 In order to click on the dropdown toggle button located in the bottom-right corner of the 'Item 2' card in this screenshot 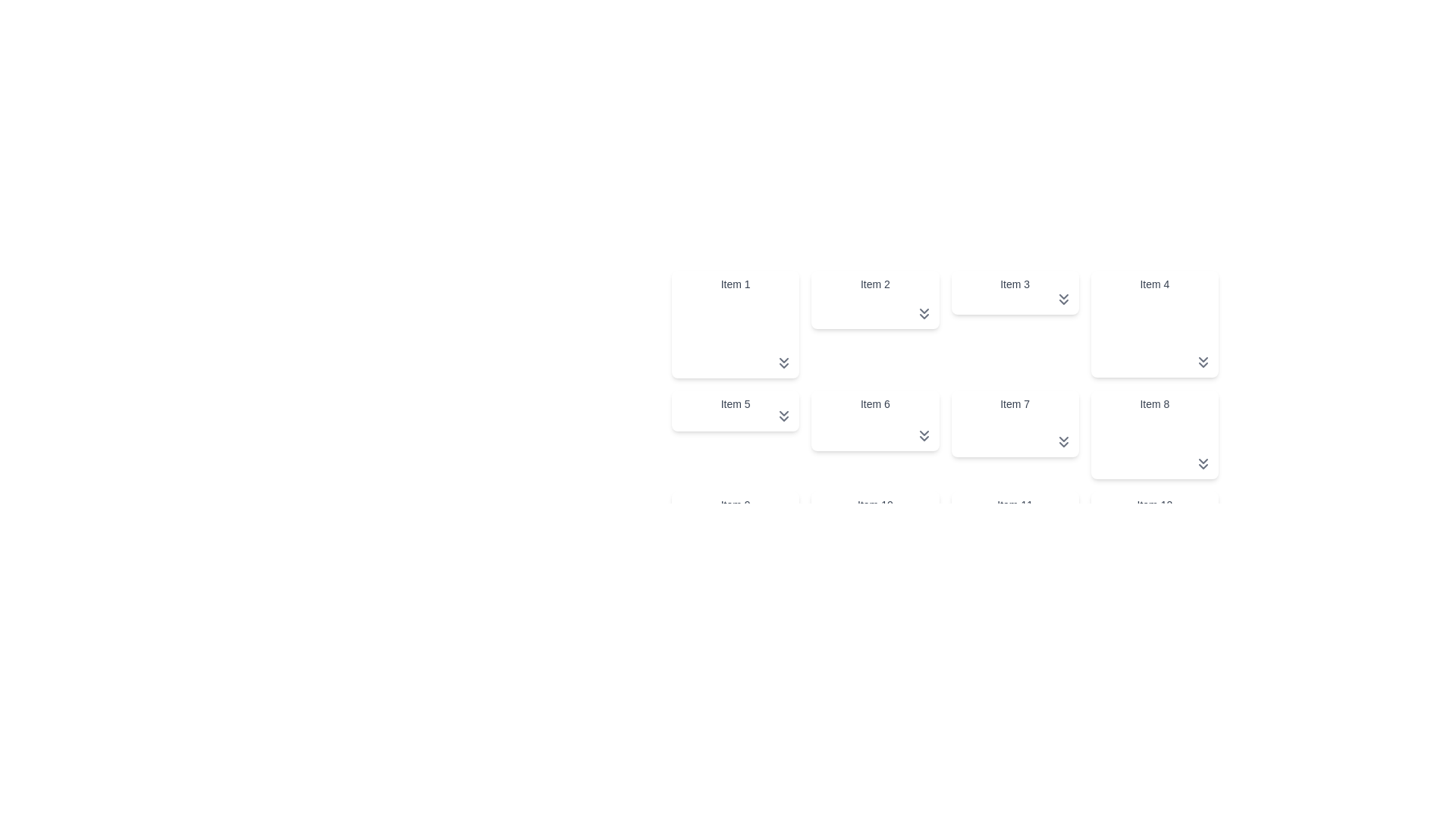, I will do `click(923, 313)`.